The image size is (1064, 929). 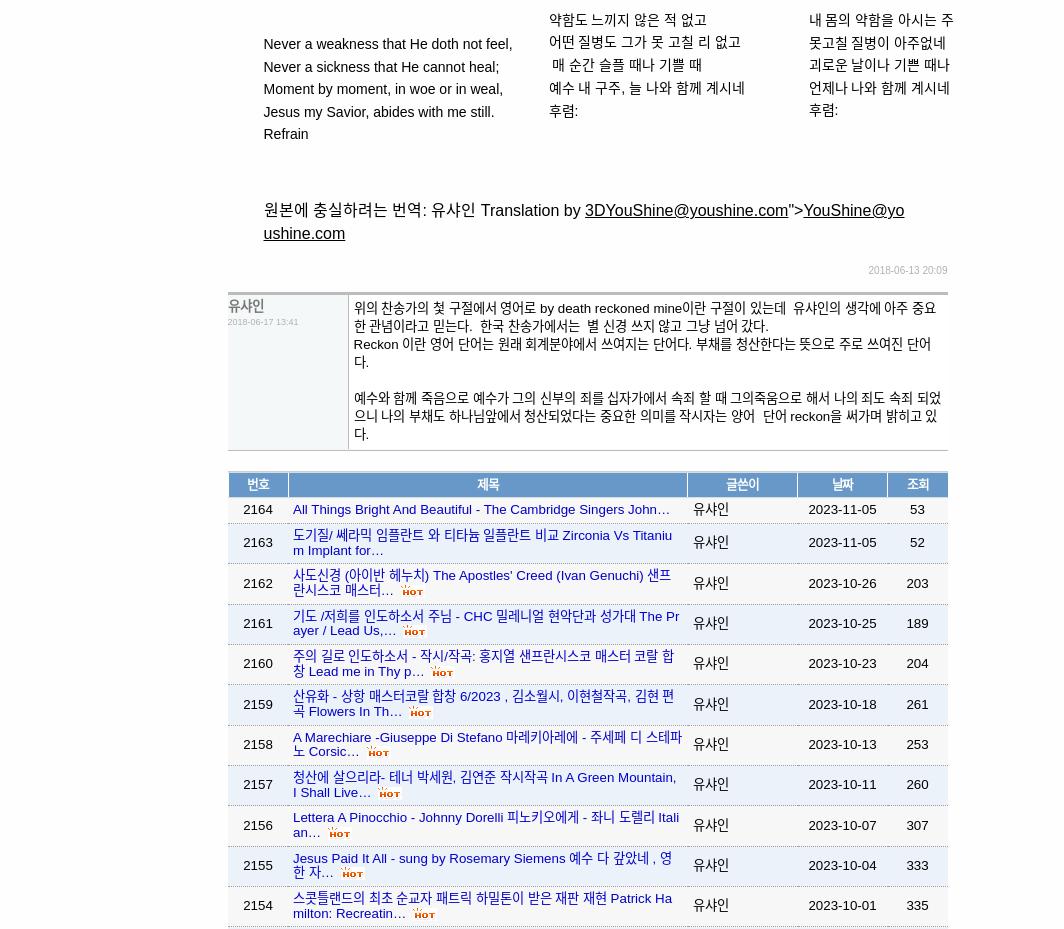 I want to click on '2158', so click(x=257, y=743).